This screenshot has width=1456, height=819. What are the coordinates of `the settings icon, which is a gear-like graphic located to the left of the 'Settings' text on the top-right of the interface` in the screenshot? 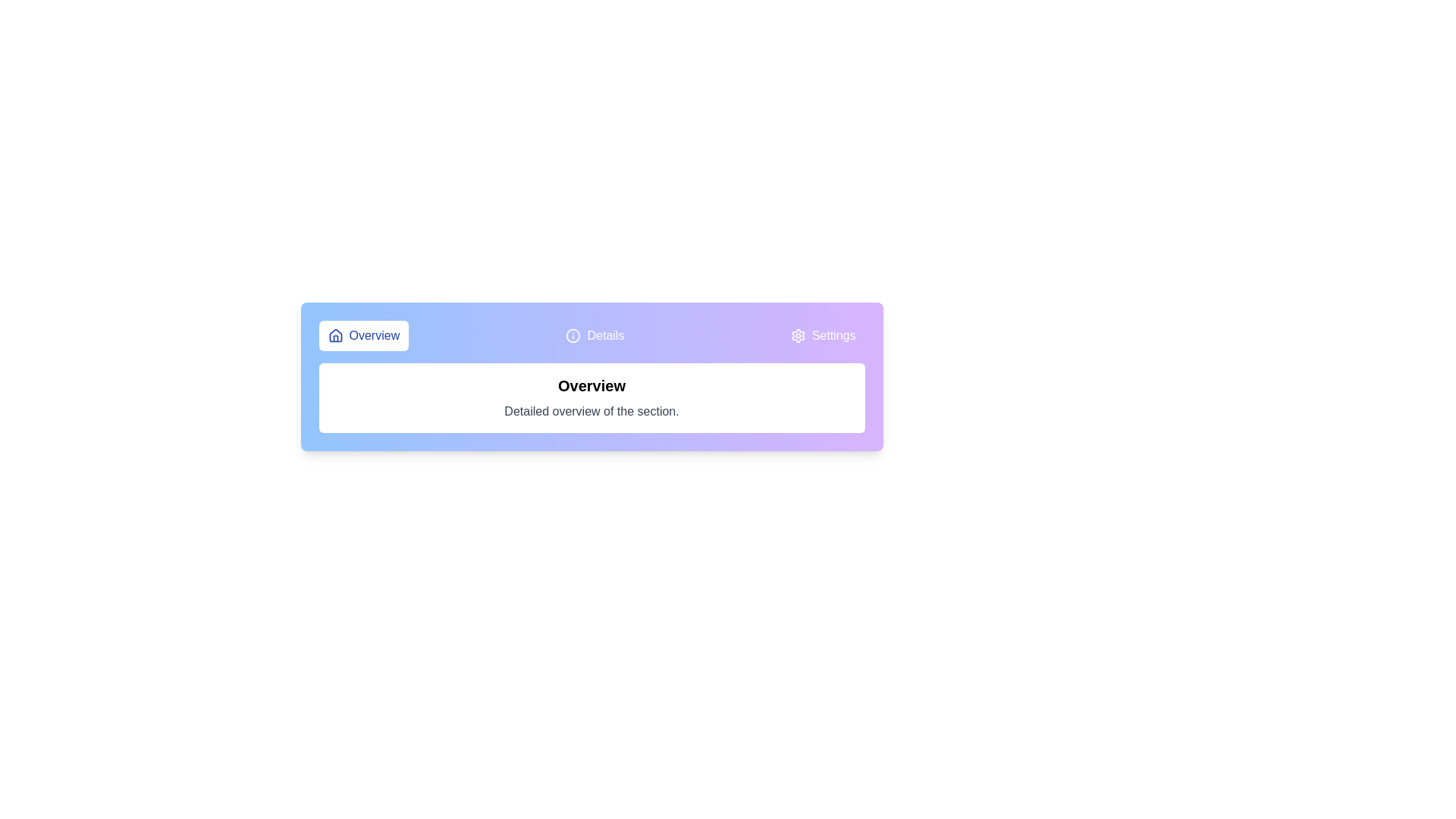 It's located at (797, 335).